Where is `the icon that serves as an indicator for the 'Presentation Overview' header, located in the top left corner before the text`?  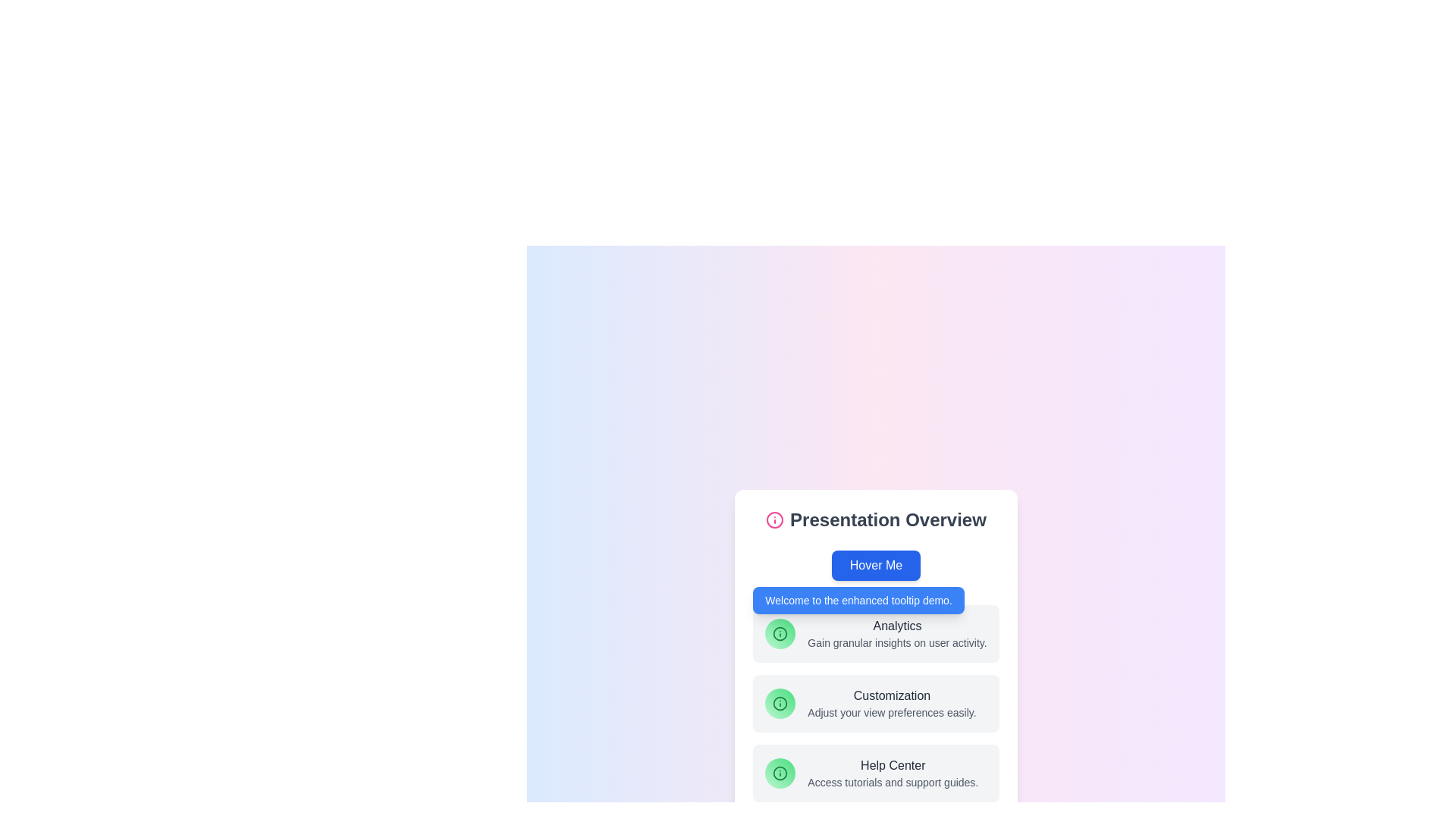 the icon that serves as an indicator for the 'Presentation Overview' header, located in the top left corner before the text is located at coordinates (775, 519).